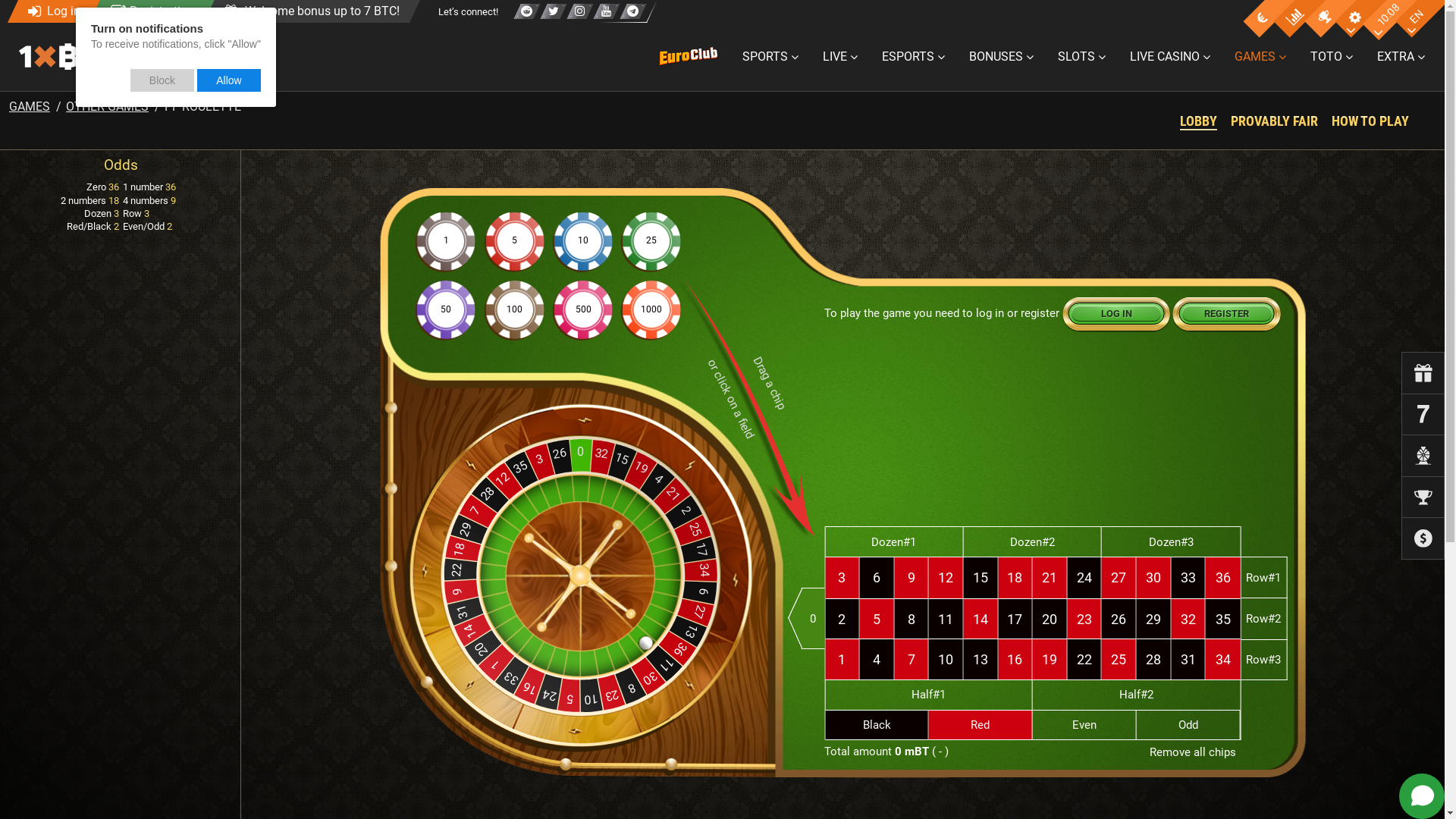 Image resolution: width=1456 pixels, height=819 pixels. I want to click on 'Allow', so click(228, 80).